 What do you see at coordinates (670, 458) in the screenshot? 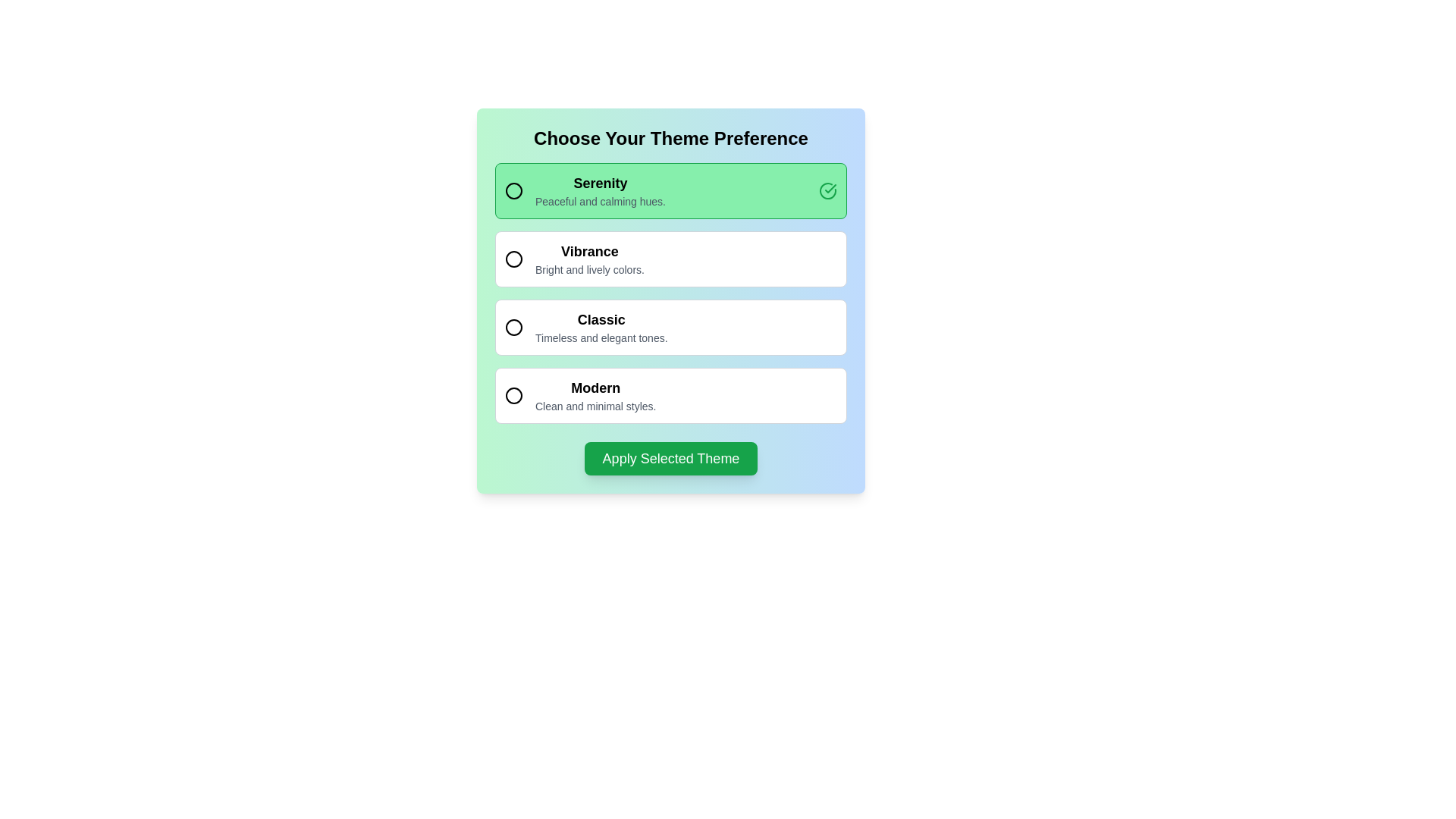
I see `the green button labeled 'Apply Selected Theme' located at the center-bottom of the theme selection card to apply the selected theme` at bounding box center [670, 458].